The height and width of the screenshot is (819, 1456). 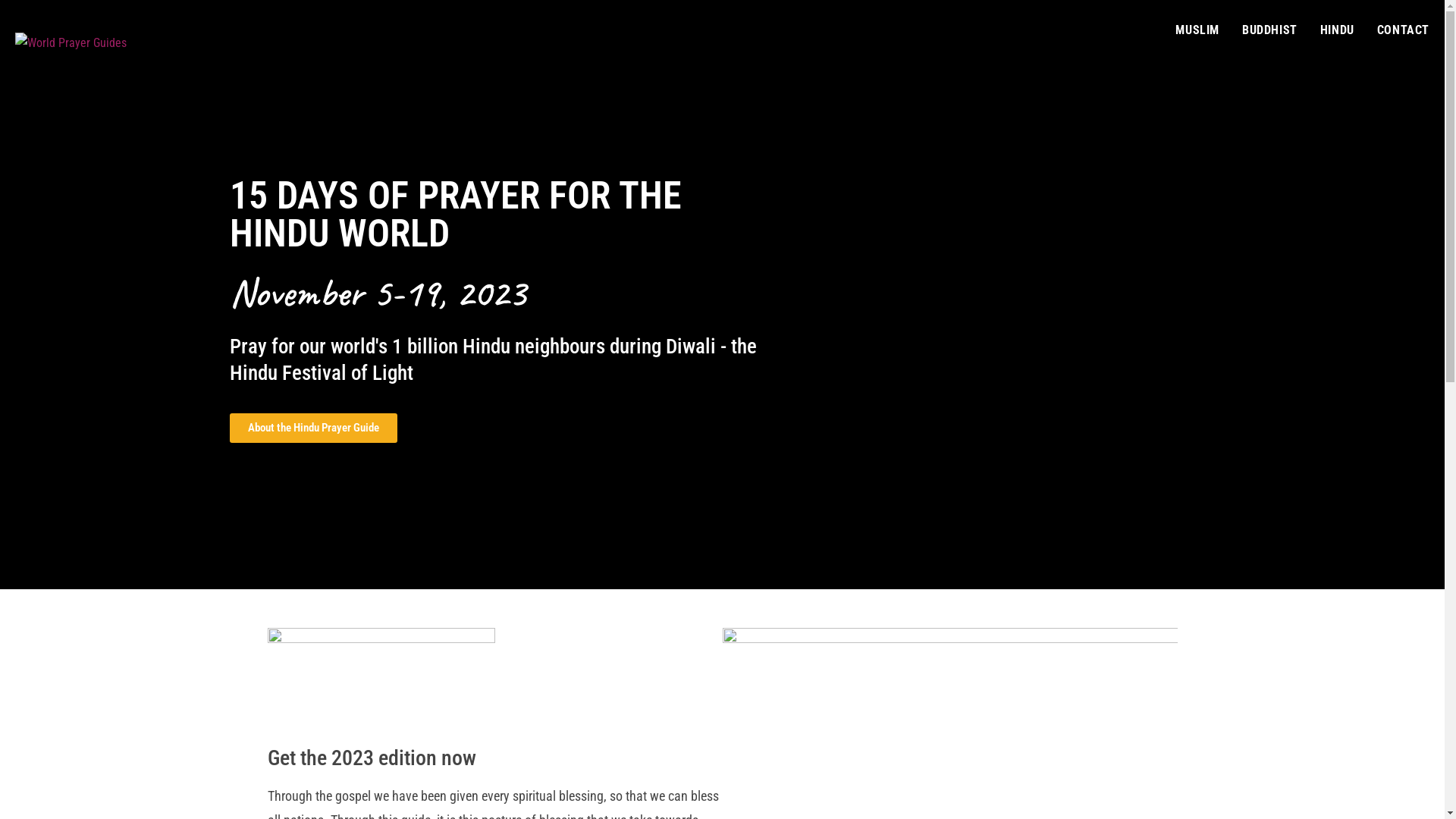 I want to click on 'MUSLIM', so click(x=1197, y=30).